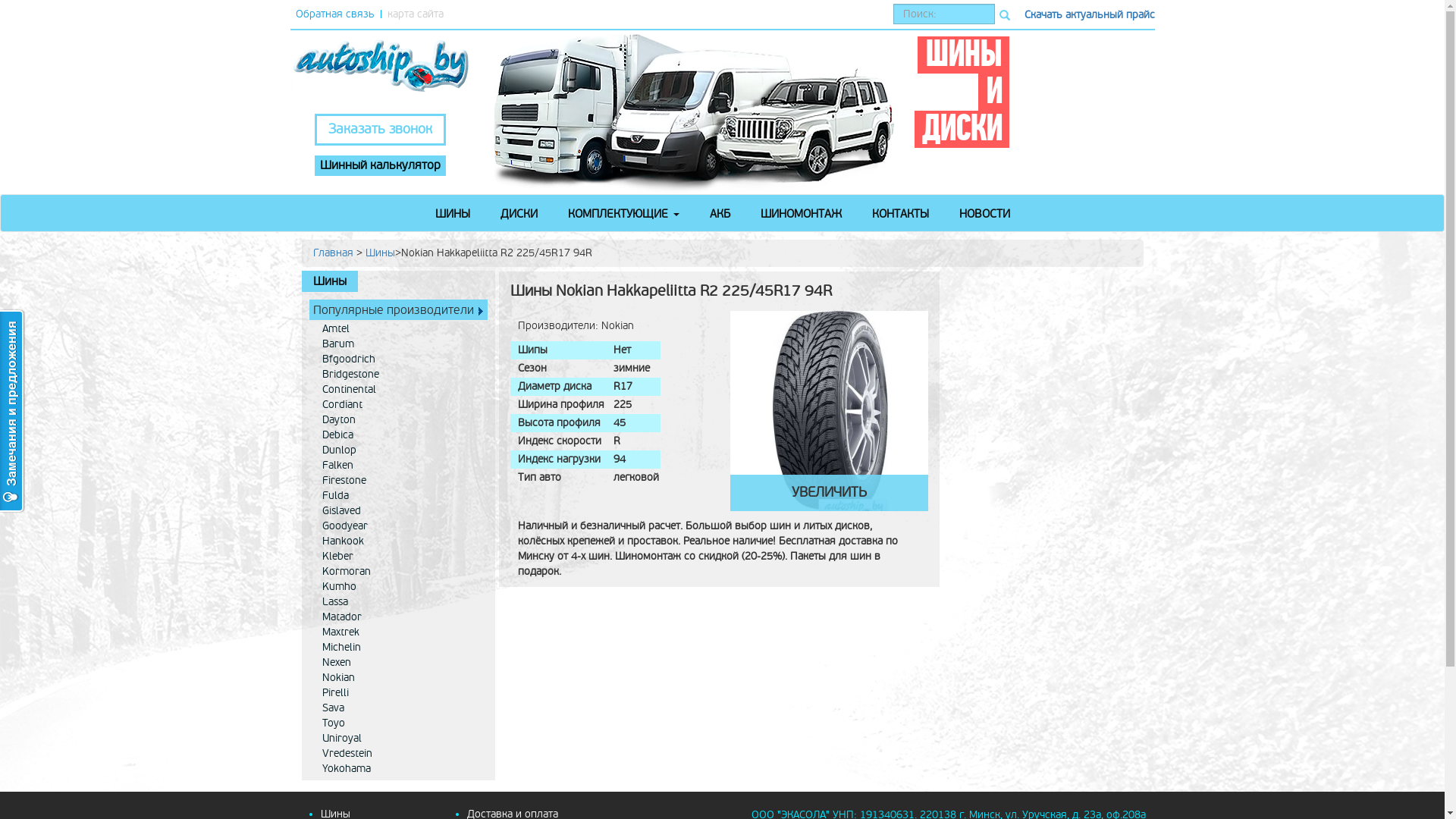  Describe the element at coordinates (400, 571) in the screenshot. I see `'Kormoran'` at that location.